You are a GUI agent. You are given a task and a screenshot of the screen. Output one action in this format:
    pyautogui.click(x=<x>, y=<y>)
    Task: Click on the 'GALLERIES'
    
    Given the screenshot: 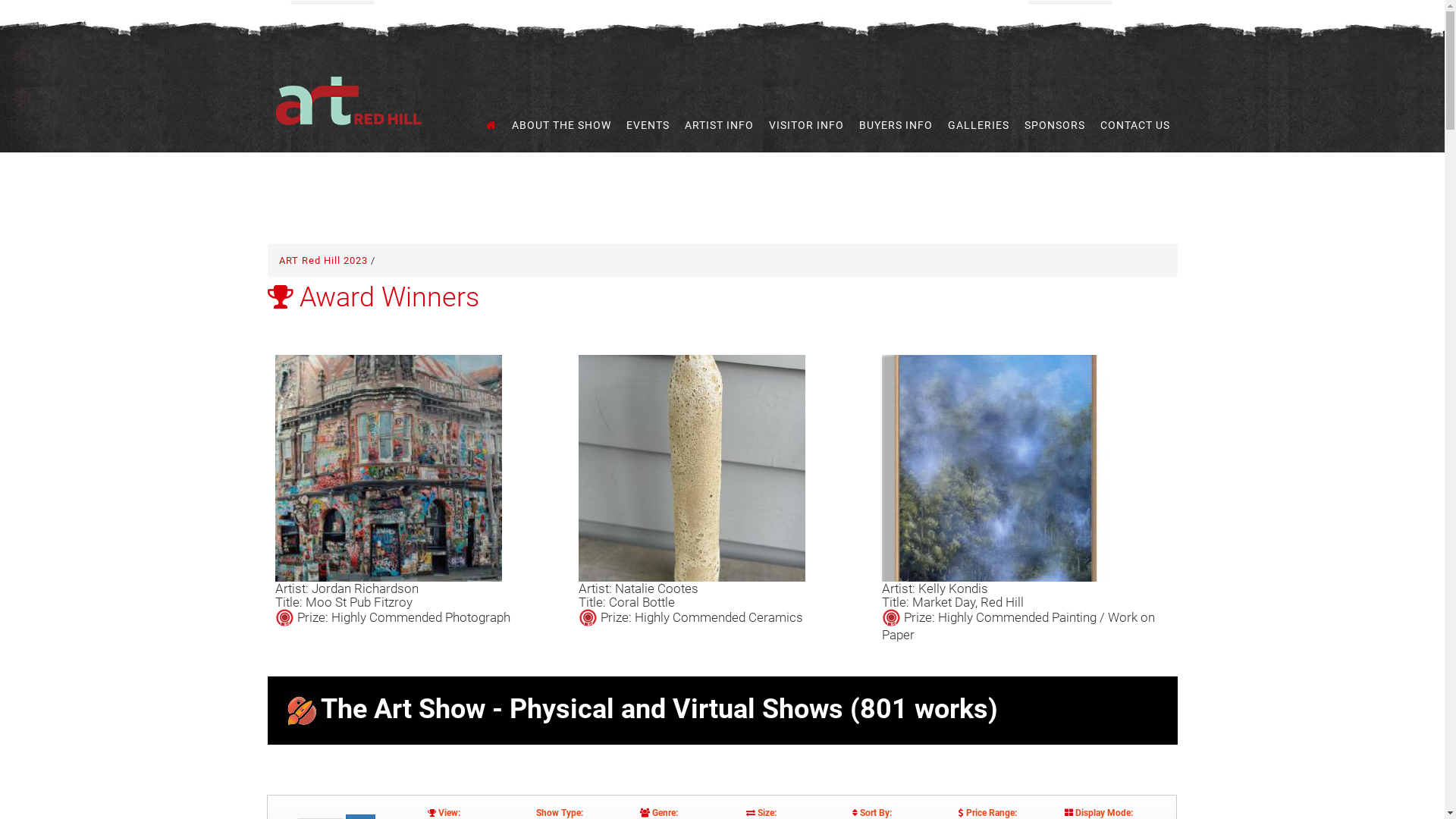 What is the action you would take?
    pyautogui.click(x=977, y=124)
    